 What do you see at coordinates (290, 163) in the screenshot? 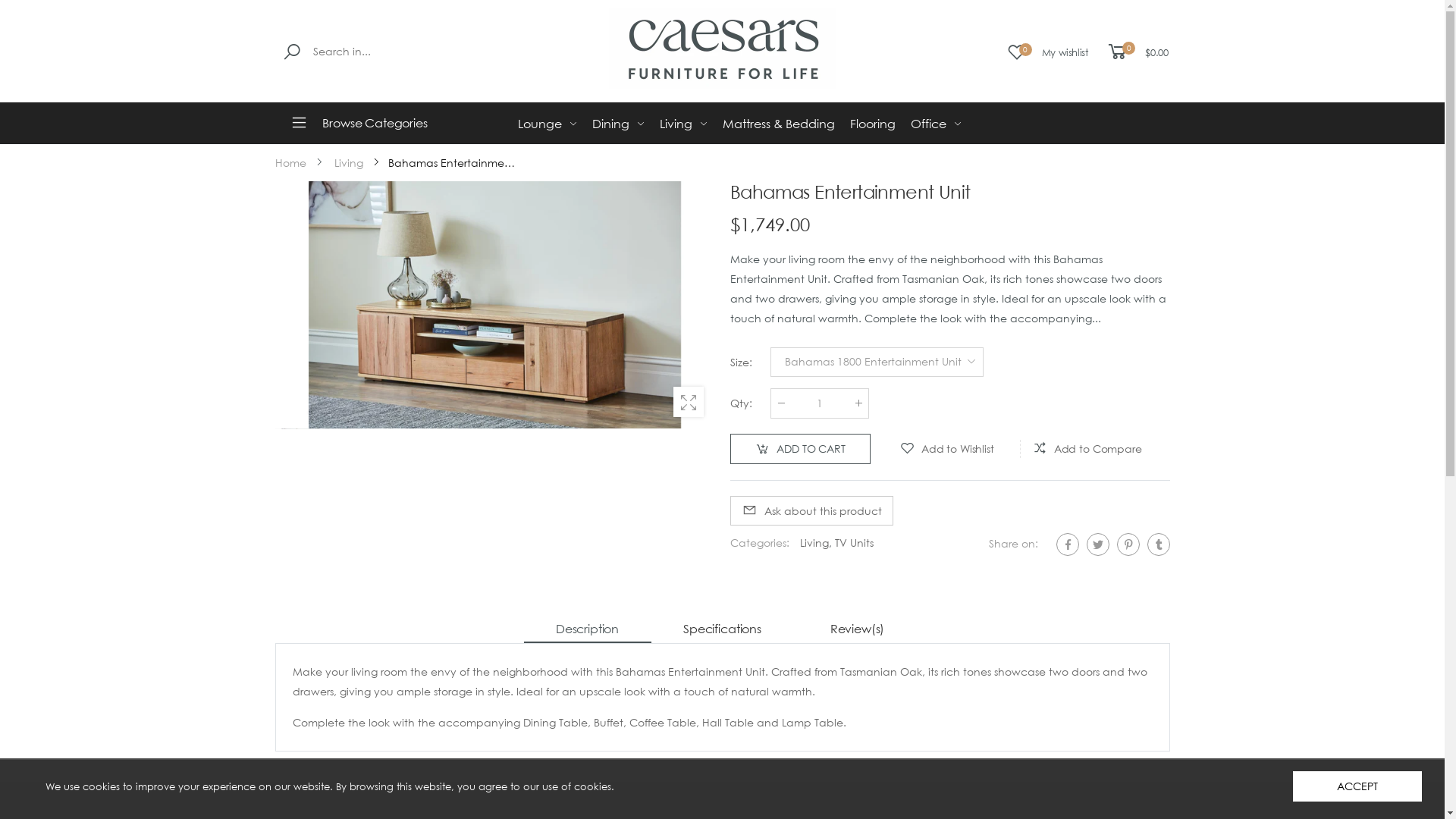
I see `'Home'` at bounding box center [290, 163].